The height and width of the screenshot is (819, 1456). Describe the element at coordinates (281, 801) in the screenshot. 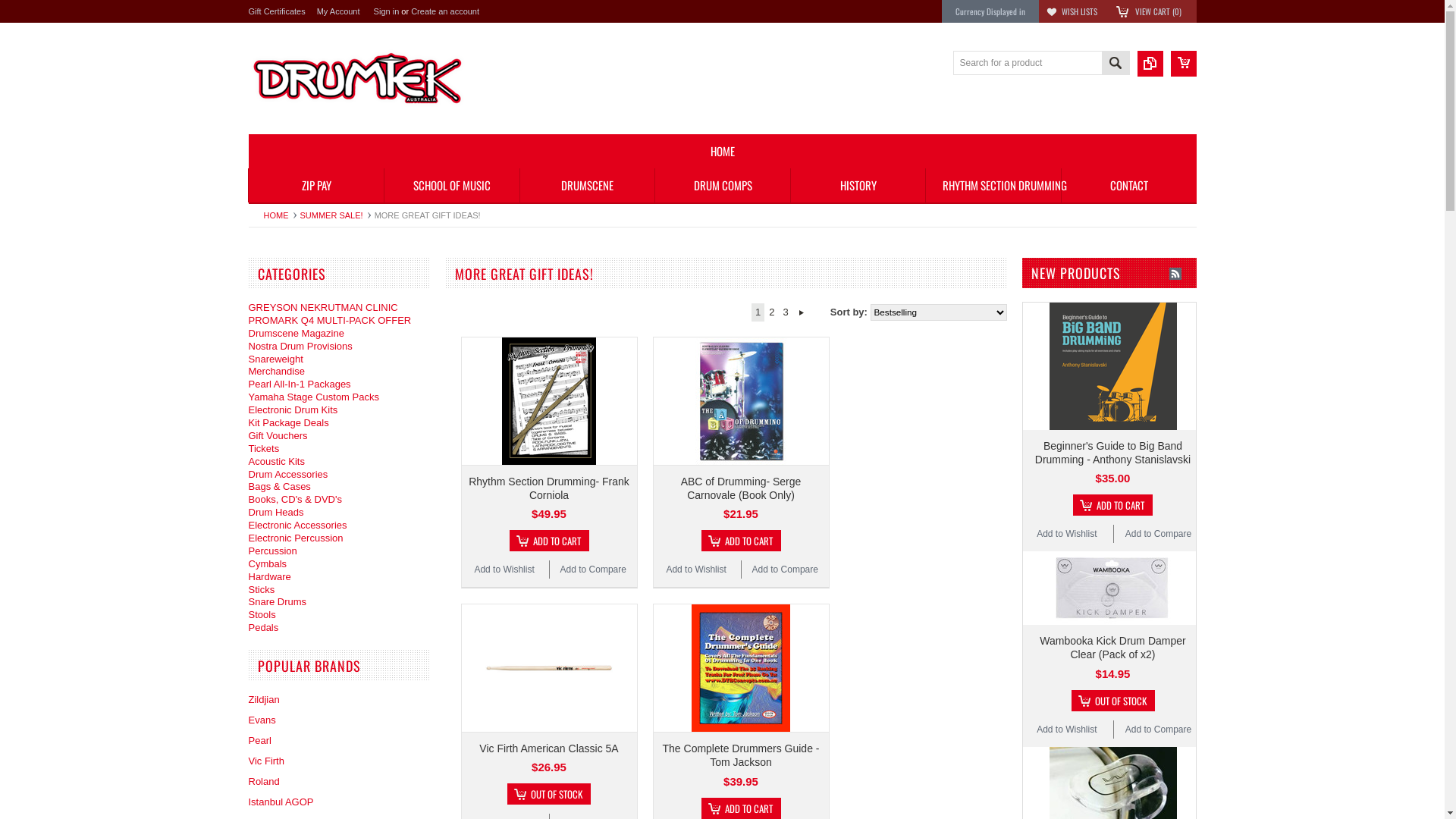

I see `'Istanbul AGOP'` at that location.